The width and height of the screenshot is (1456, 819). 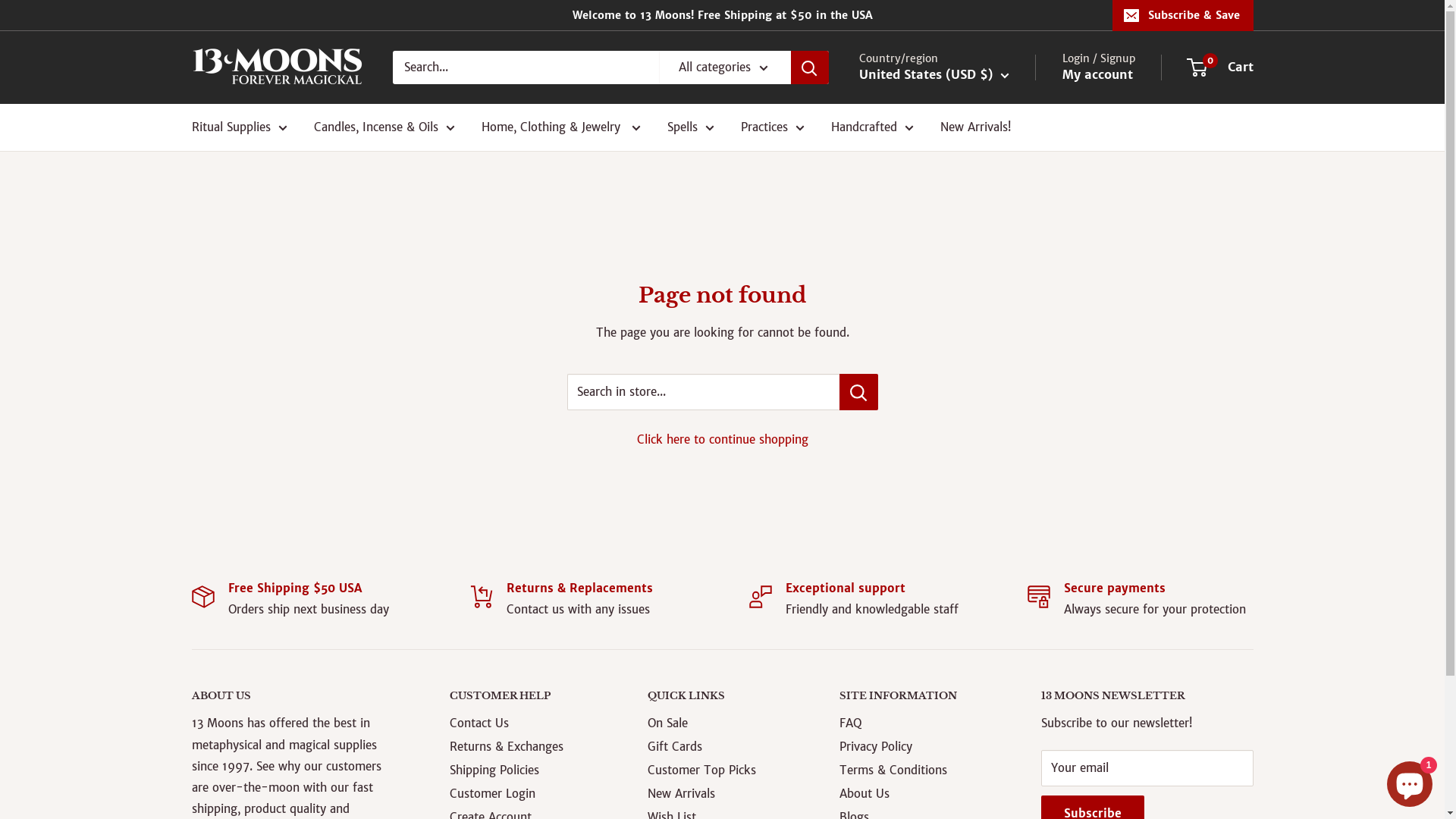 What do you see at coordinates (651, 14) in the screenshot?
I see `'Welcome to 13 Moons! Free Shipping at $50 in the USA'` at bounding box center [651, 14].